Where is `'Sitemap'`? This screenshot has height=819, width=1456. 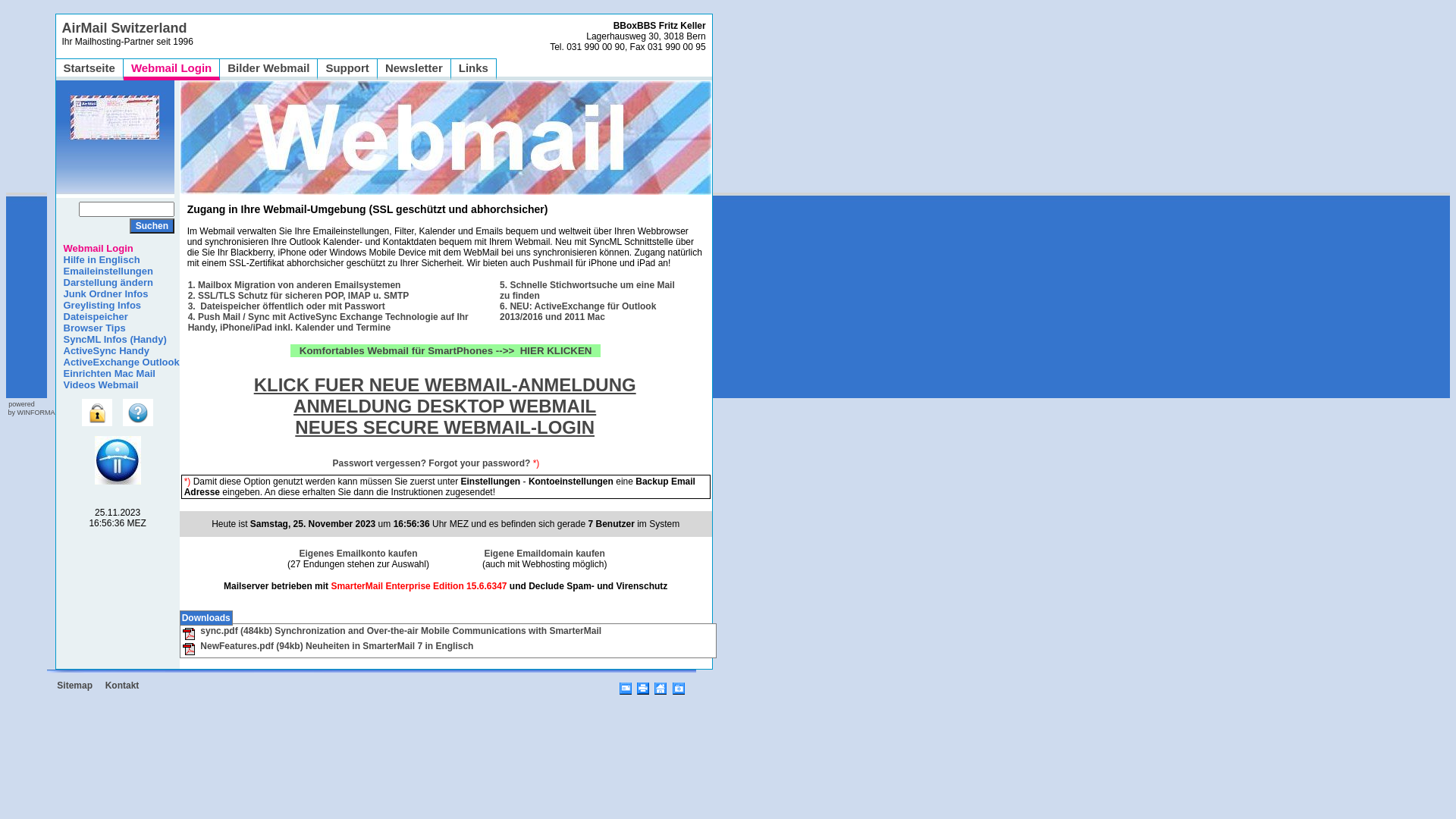 'Sitemap' is located at coordinates (74, 685).